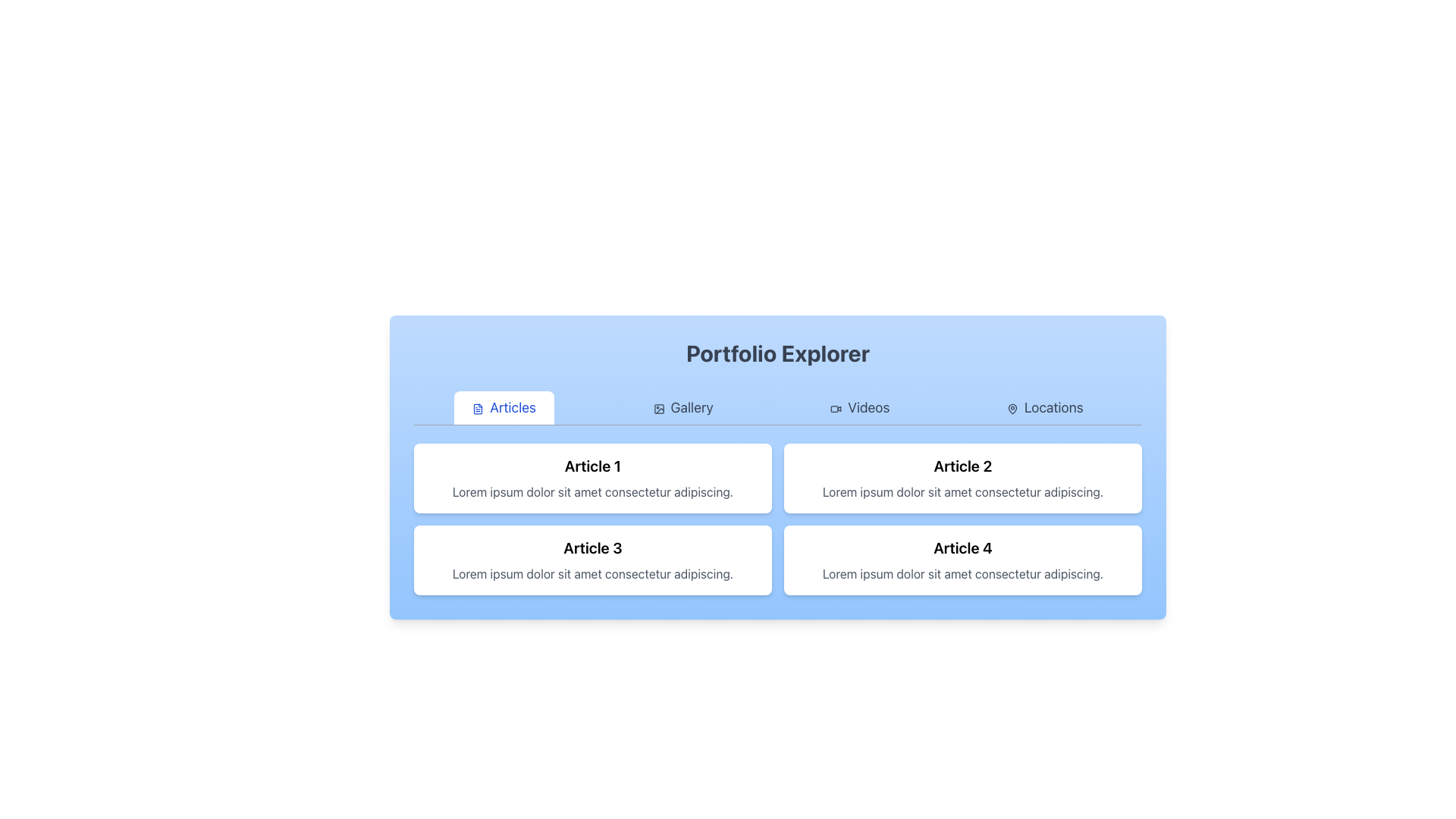  What do you see at coordinates (962, 560) in the screenshot?
I see `the card or tile displaying the article's title and description, located in the second column of the second row under the 'Portfolio Explorer' heading within the 'Articles' tab` at bounding box center [962, 560].